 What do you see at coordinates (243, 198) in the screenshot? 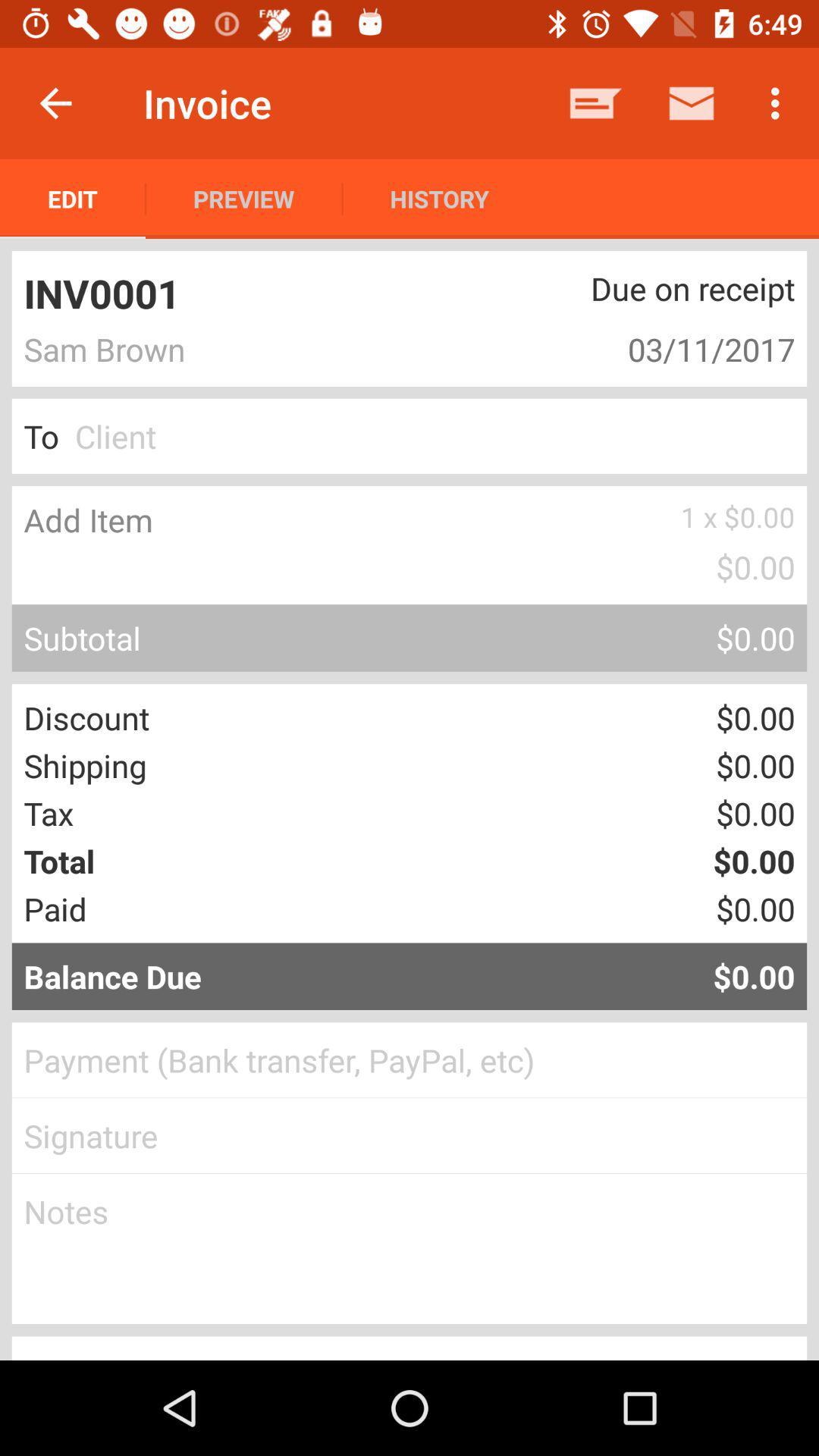
I see `the item next to history item` at bounding box center [243, 198].